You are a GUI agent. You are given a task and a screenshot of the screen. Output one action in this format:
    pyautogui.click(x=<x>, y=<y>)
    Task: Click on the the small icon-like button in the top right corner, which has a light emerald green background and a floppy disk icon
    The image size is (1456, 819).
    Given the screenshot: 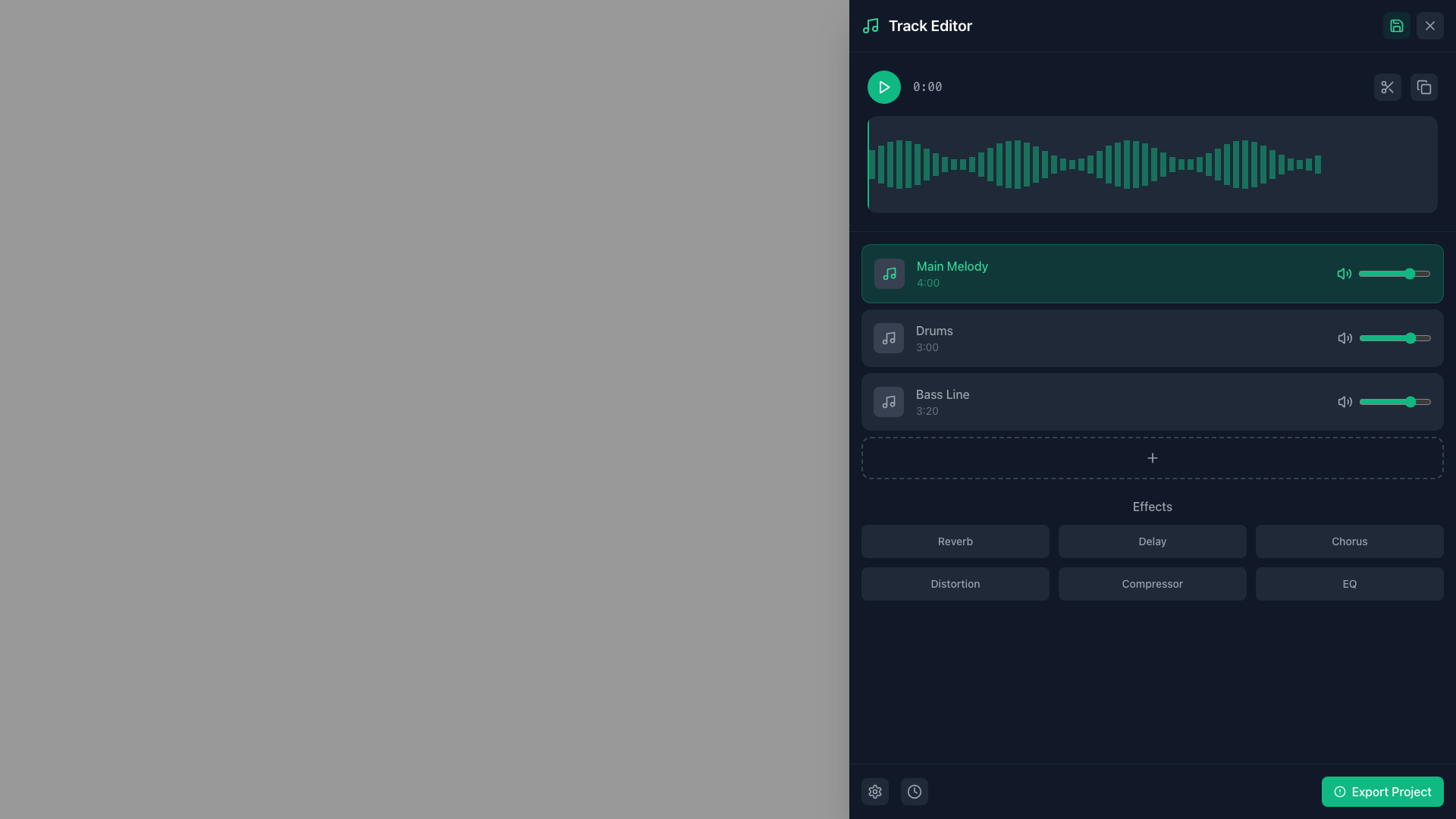 What is the action you would take?
    pyautogui.click(x=1396, y=26)
    